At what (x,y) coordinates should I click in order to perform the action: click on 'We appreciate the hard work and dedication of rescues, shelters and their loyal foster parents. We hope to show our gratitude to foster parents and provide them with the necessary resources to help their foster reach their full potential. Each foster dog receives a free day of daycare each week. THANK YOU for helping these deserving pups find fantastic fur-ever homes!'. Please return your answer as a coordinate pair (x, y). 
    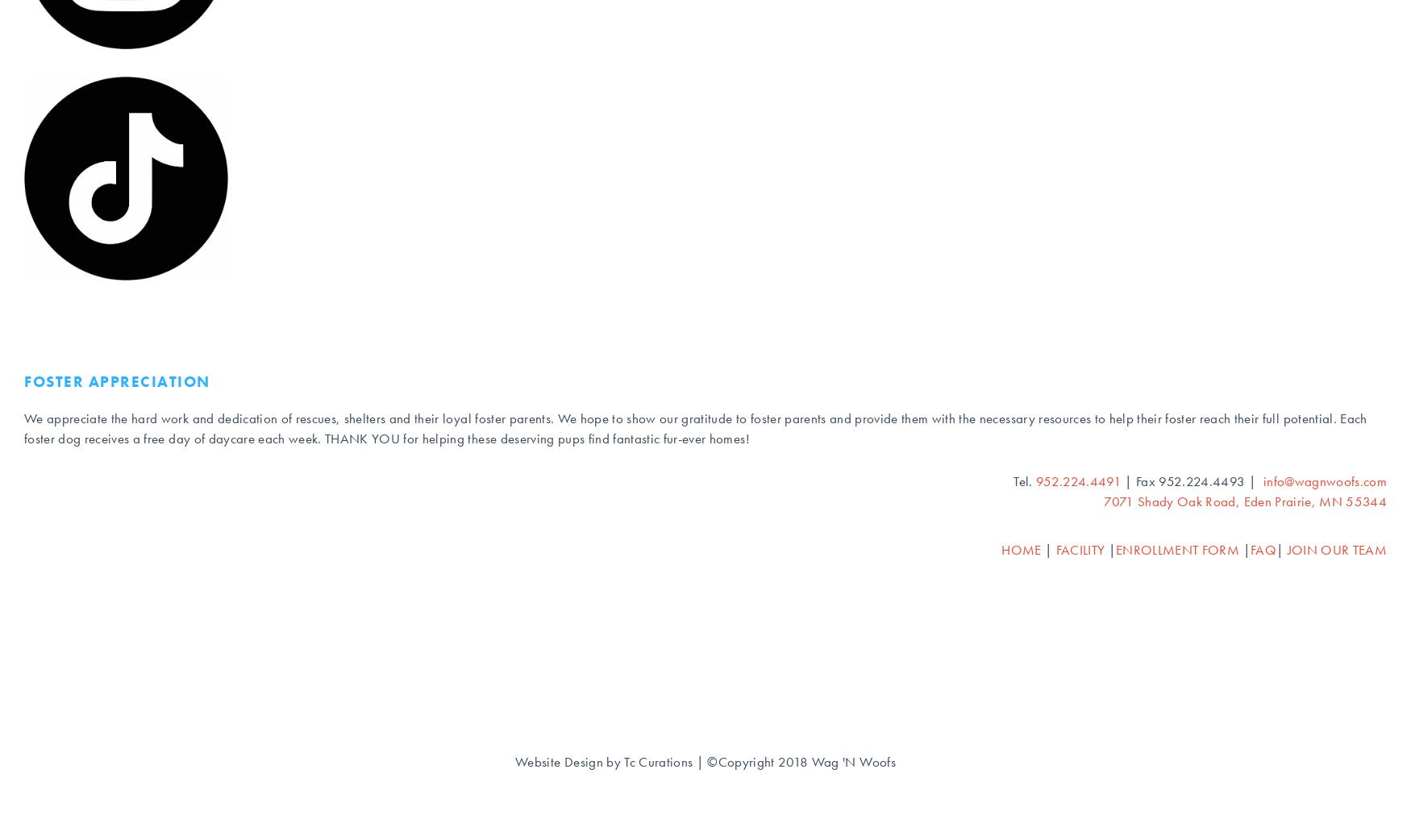
    Looking at the image, I should click on (23, 427).